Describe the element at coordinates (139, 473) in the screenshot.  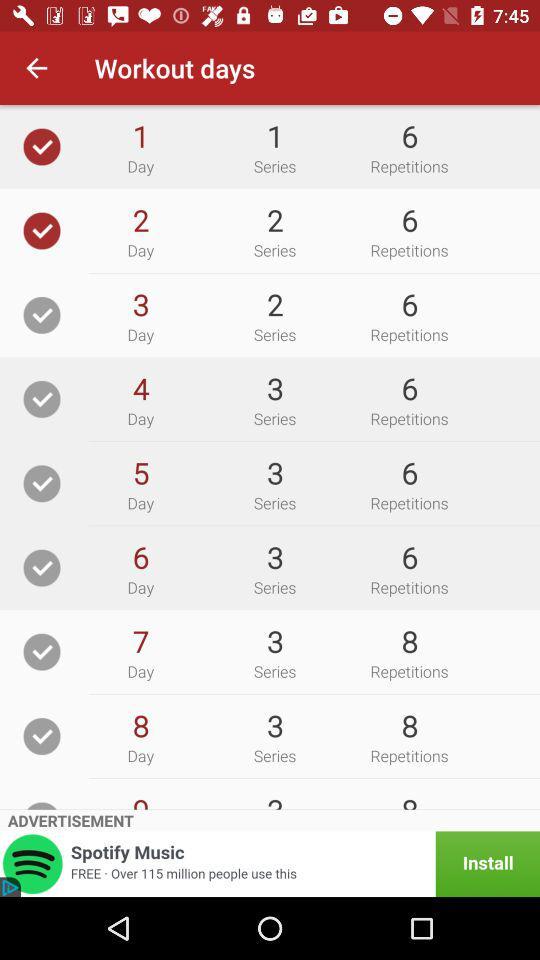
I see `the 5 icon` at that location.